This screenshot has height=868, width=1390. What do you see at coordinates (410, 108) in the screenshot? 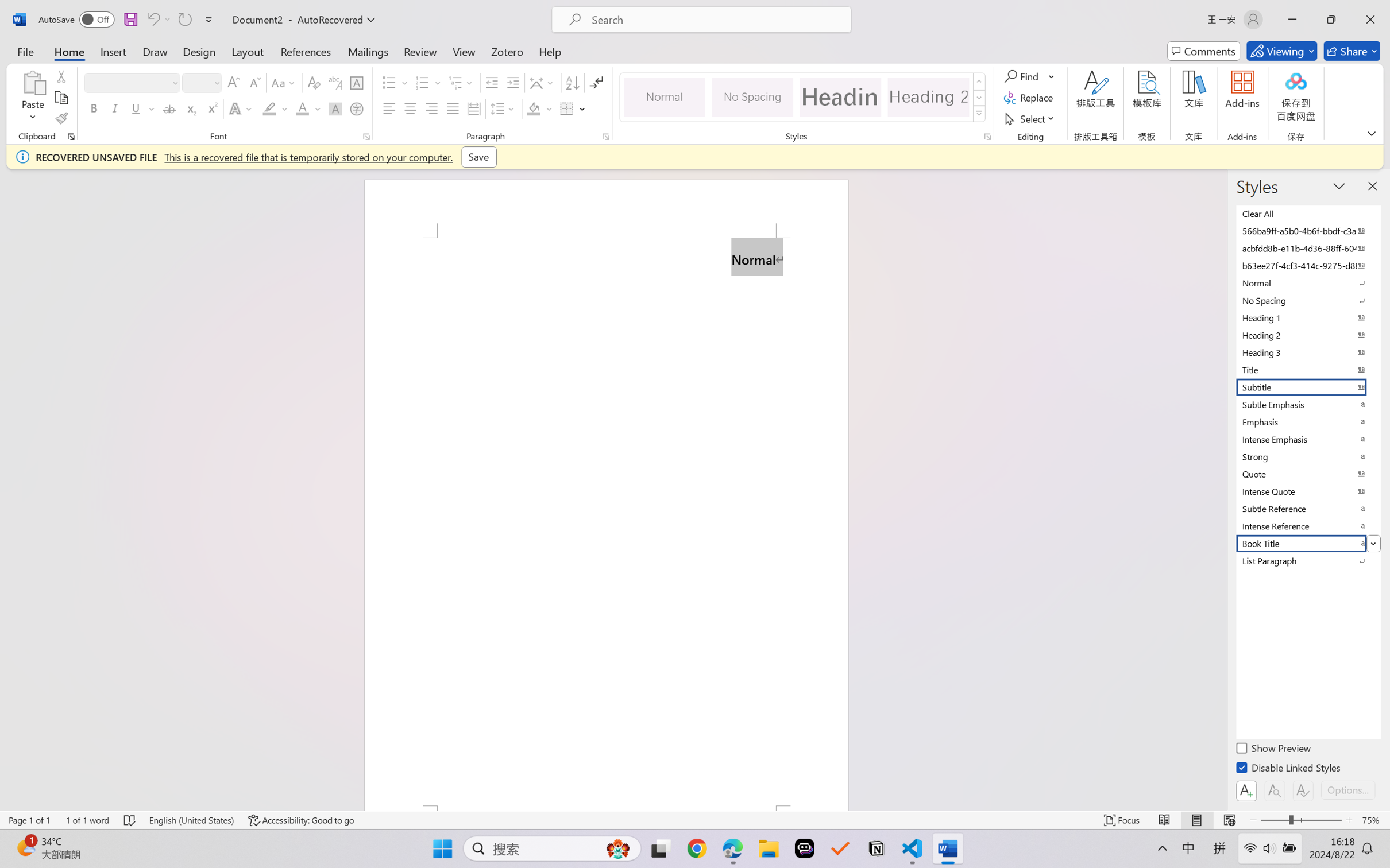
I see `'Center'` at bounding box center [410, 108].